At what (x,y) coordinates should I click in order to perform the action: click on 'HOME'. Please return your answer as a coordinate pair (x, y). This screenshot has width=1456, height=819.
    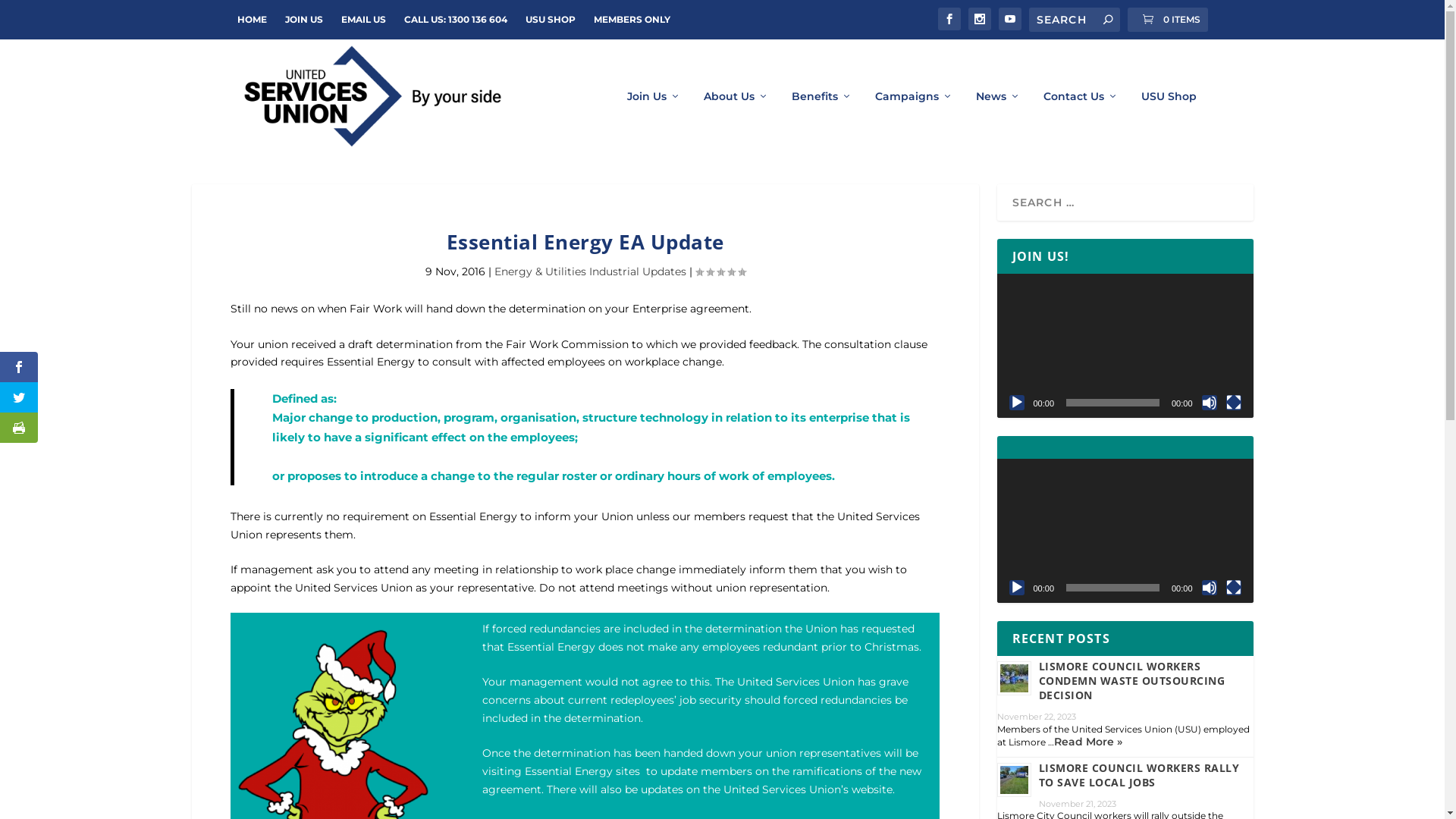
    Looking at the image, I should click on (236, 20).